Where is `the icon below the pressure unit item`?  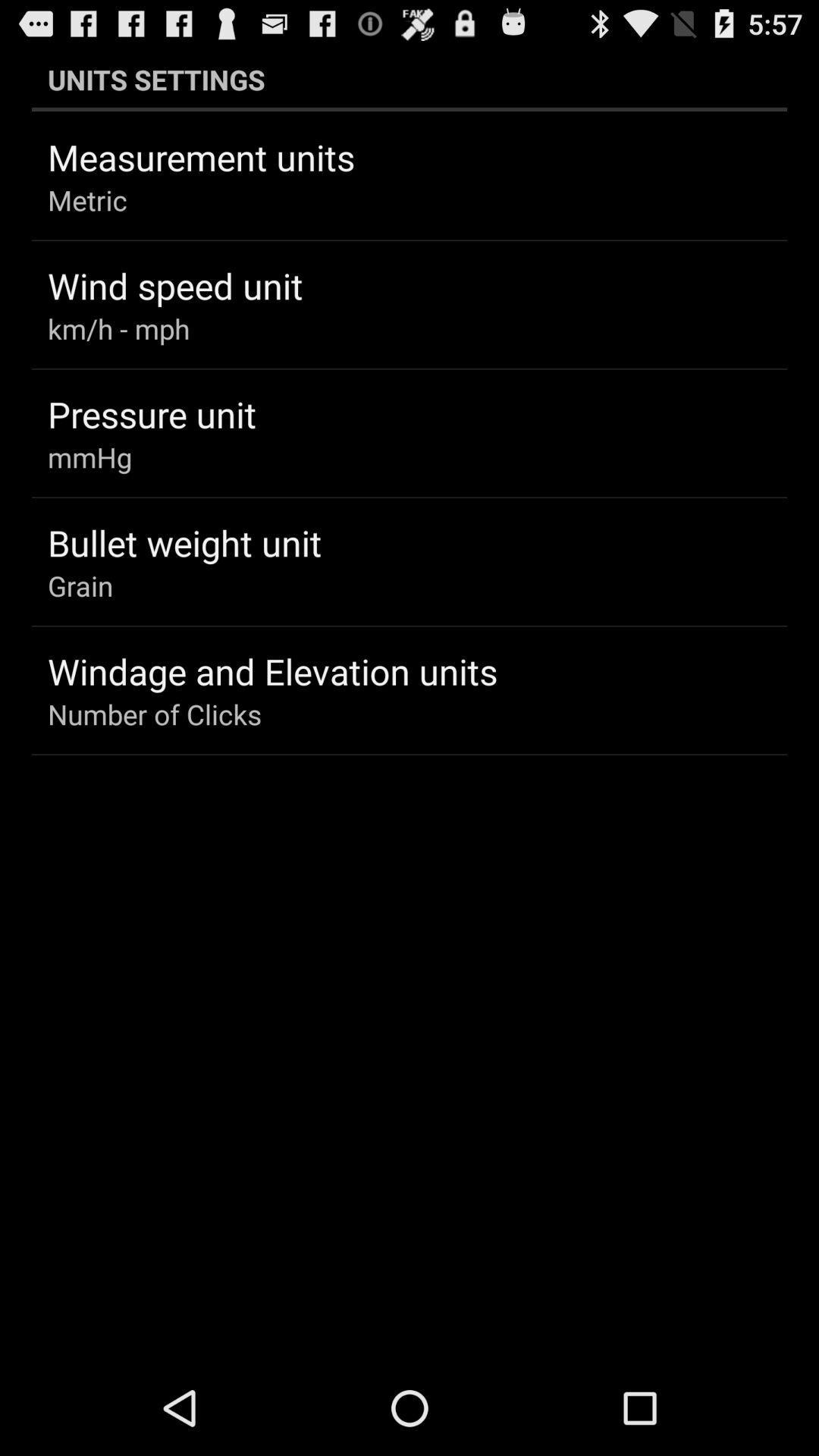 the icon below the pressure unit item is located at coordinates (89, 457).